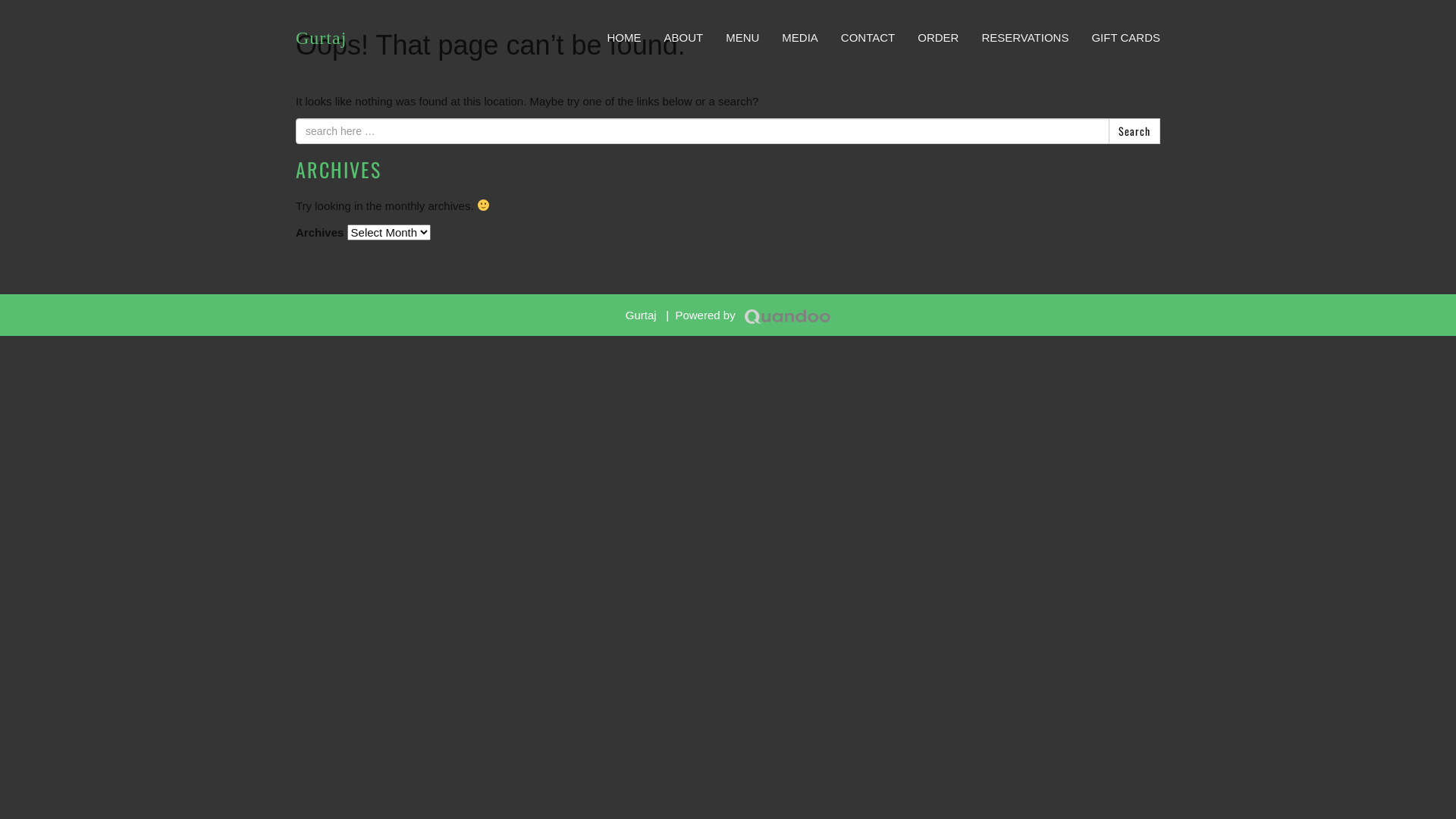 Image resolution: width=1456 pixels, height=819 pixels. What do you see at coordinates (1125, 37) in the screenshot?
I see `'GIFT CARDS'` at bounding box center [1125, 37].